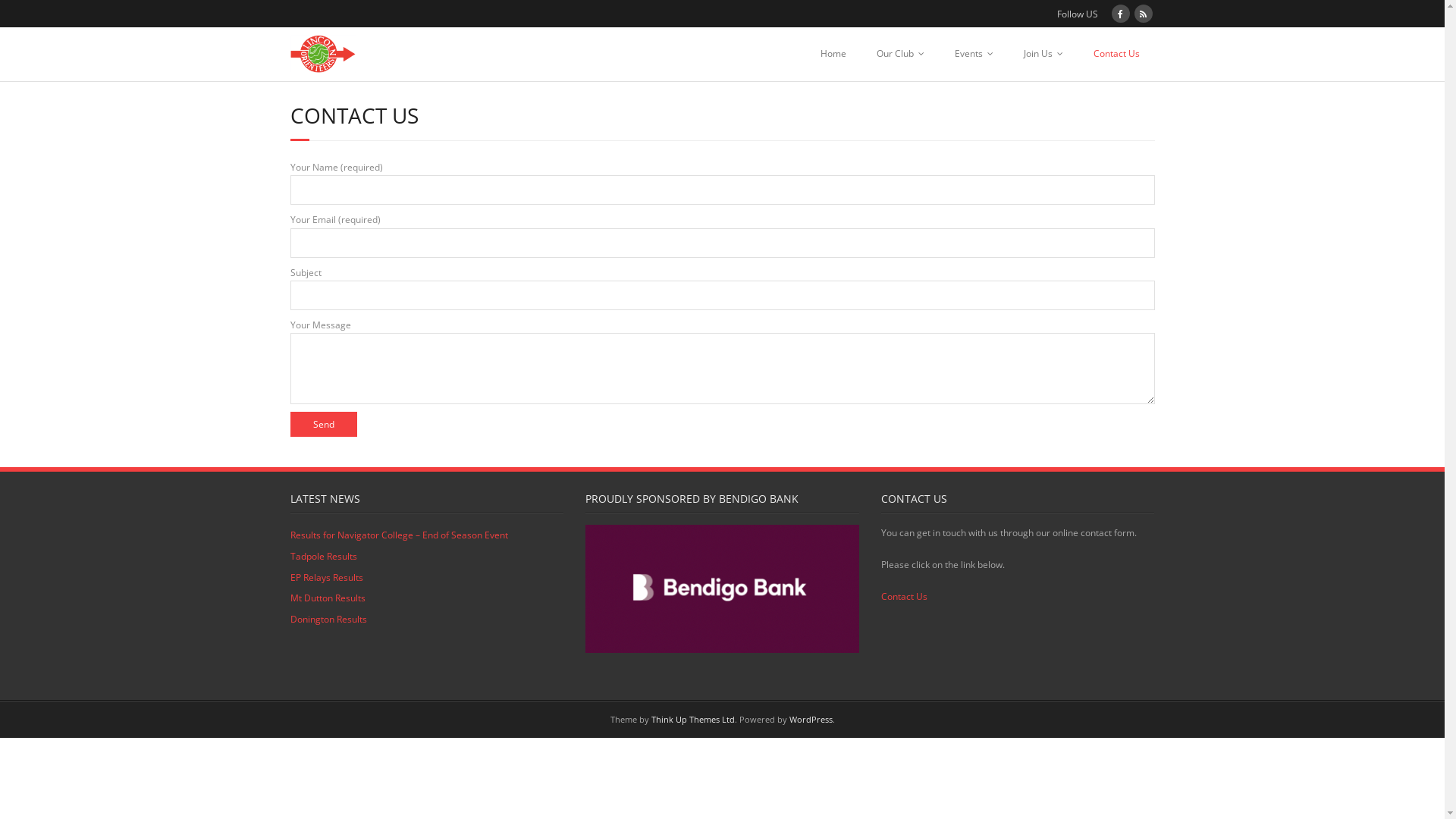 This screenshot has width=1456, height=819. What do you see at coordinates (973, 52) in the screenshot?
I see `'Events'` at bounding box center [973, 52].